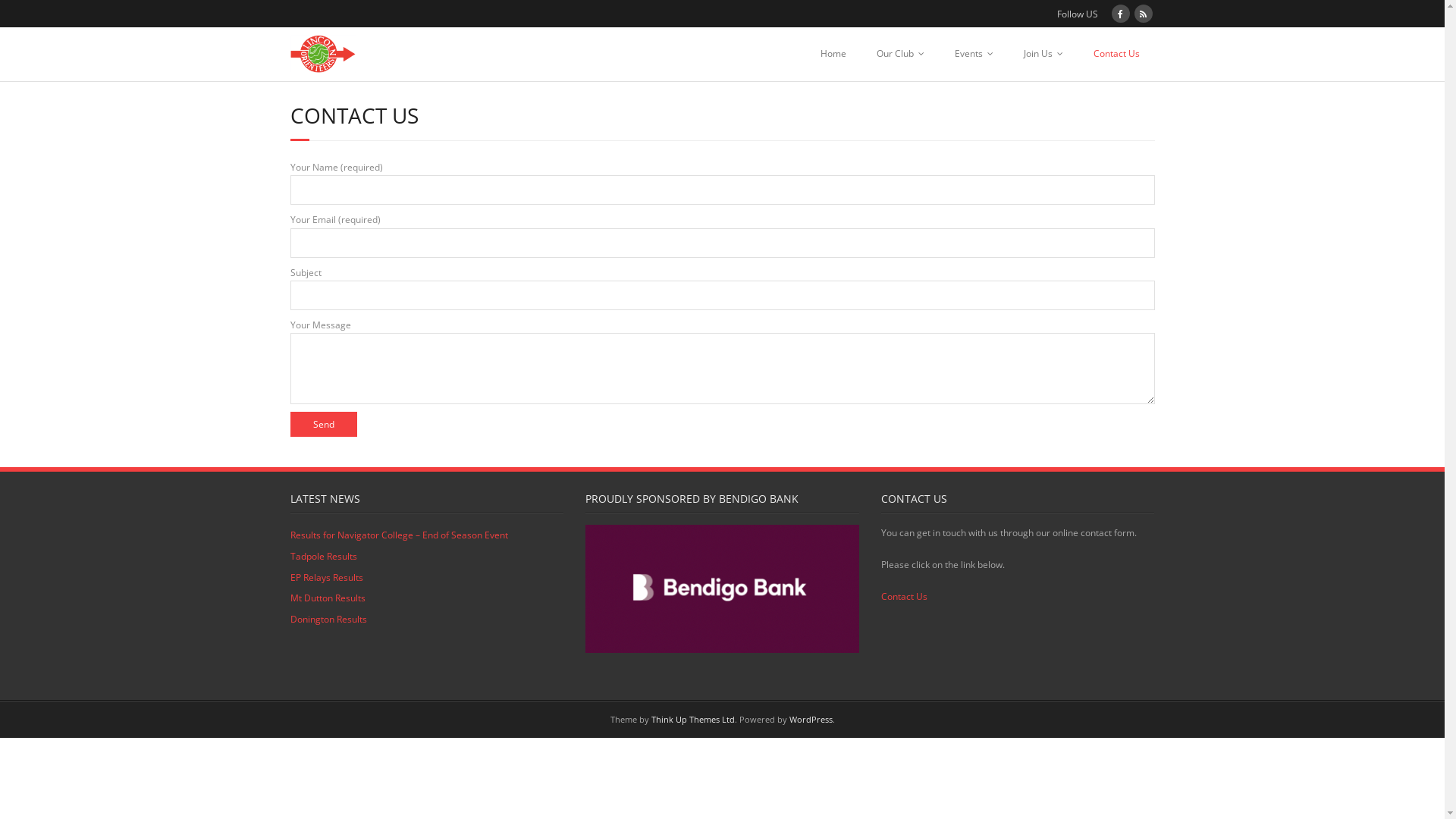 This screenshot has width=1456, height=819. What do you see at coordinates (973, 52) in the screenshot?
I see `'Events'` at bounding box center [973, 52].